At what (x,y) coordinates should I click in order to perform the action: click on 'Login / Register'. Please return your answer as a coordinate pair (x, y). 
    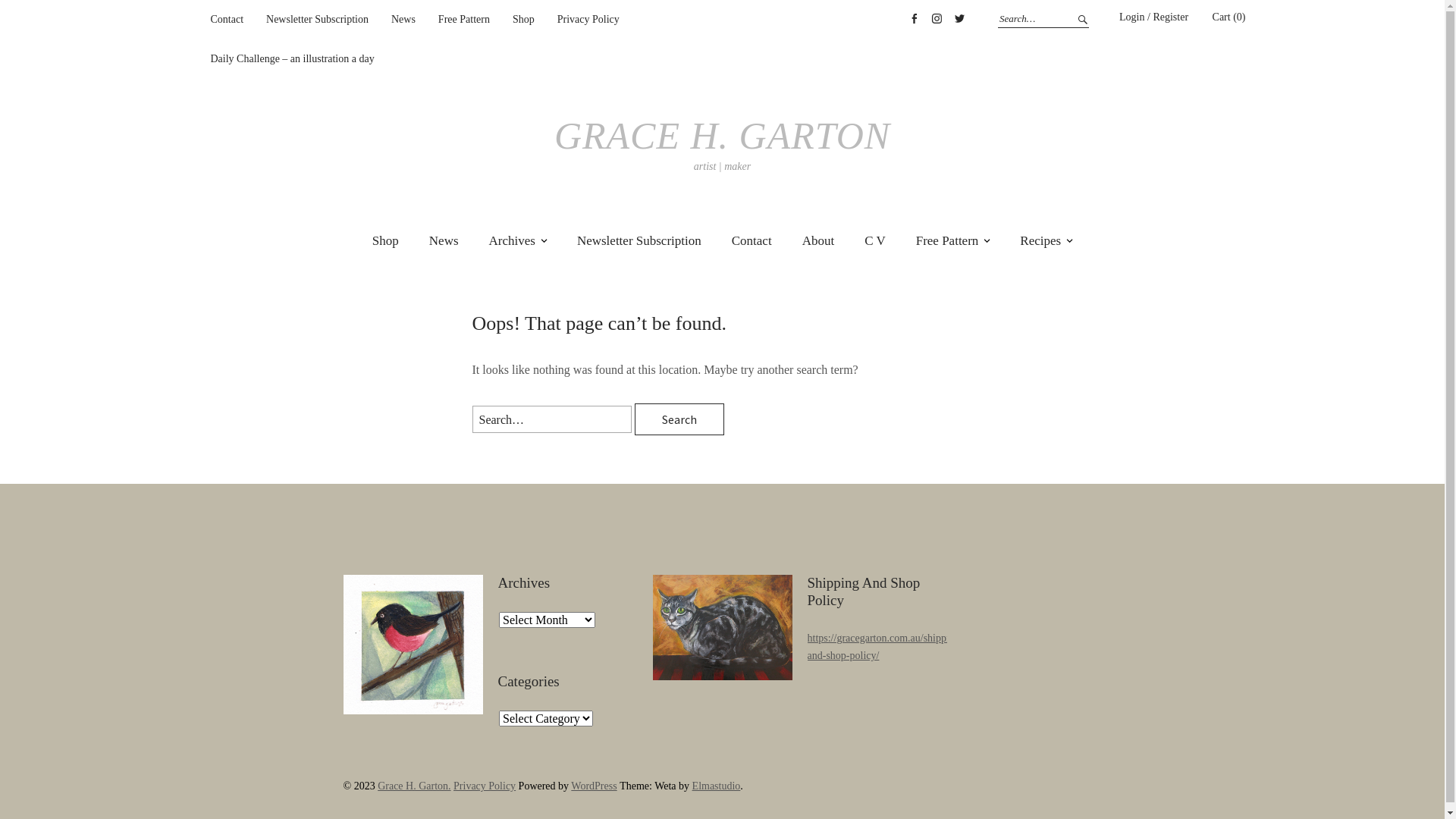
    Looking at the image, I should click on (1153, 17).